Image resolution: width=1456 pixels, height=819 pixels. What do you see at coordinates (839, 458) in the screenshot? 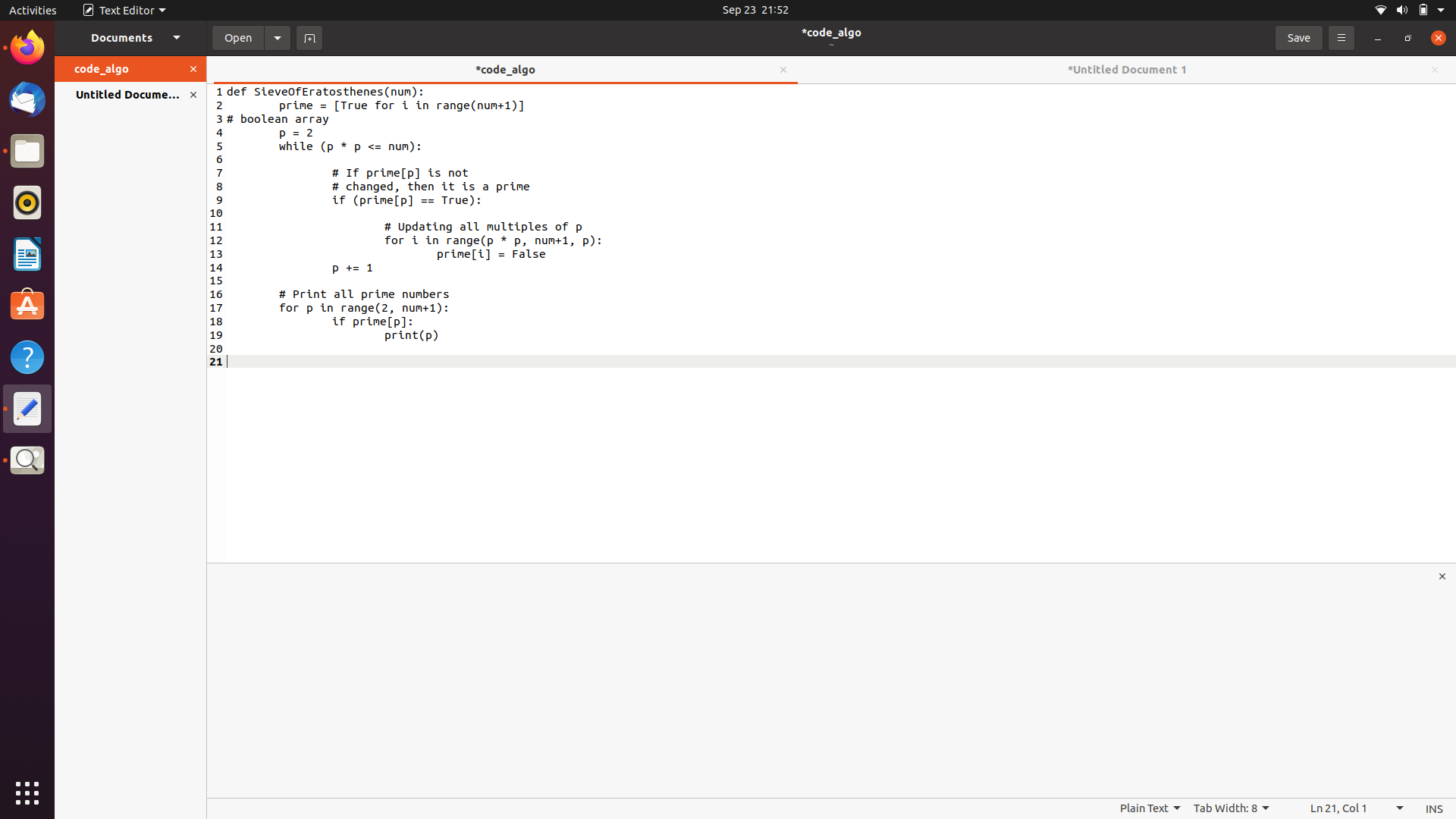
I see `Incorporate a return statement as the final line of text in the code` at bounding box center [839, 458].